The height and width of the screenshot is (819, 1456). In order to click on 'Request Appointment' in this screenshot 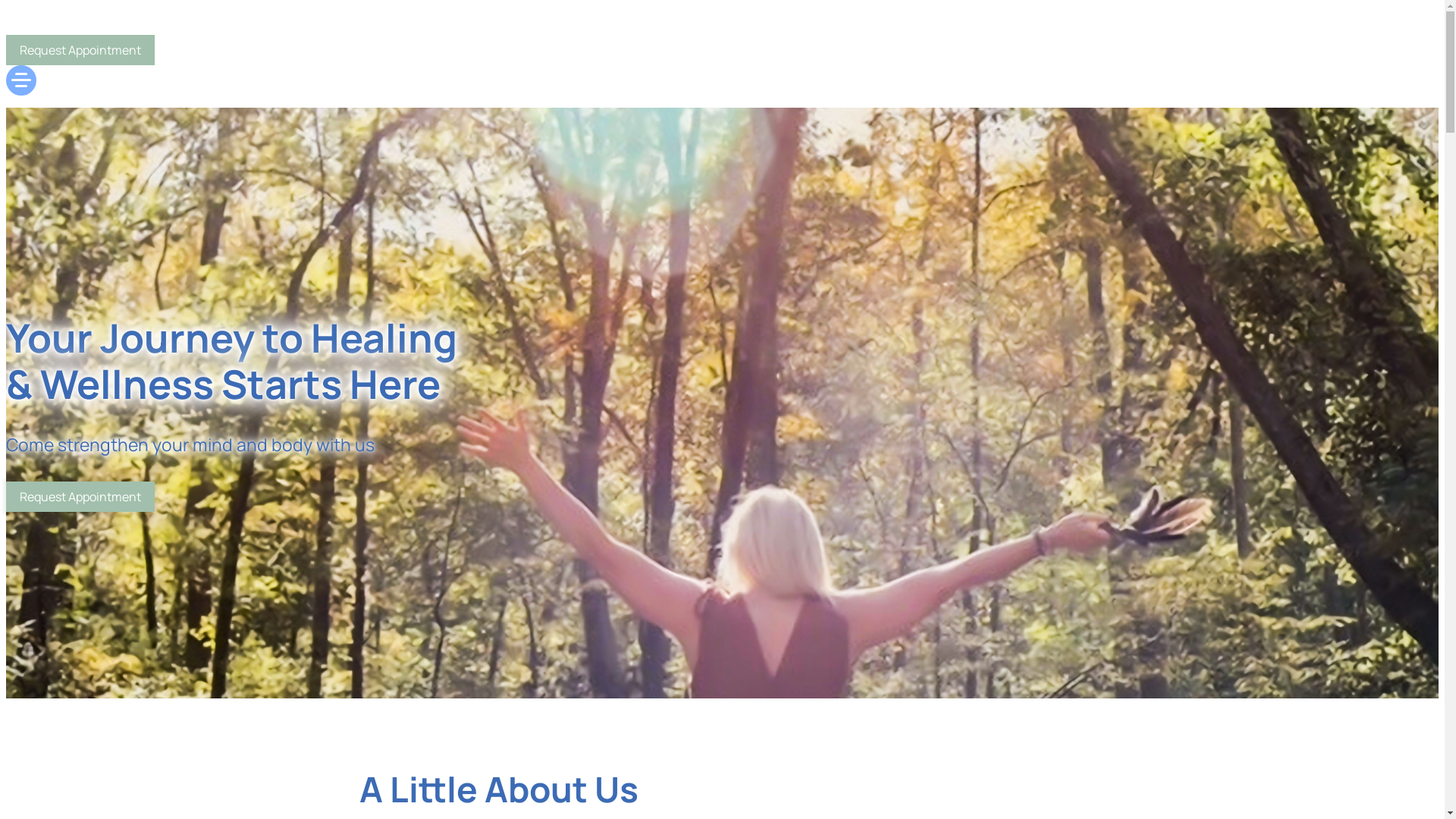, I will do `click(79, 497)`.